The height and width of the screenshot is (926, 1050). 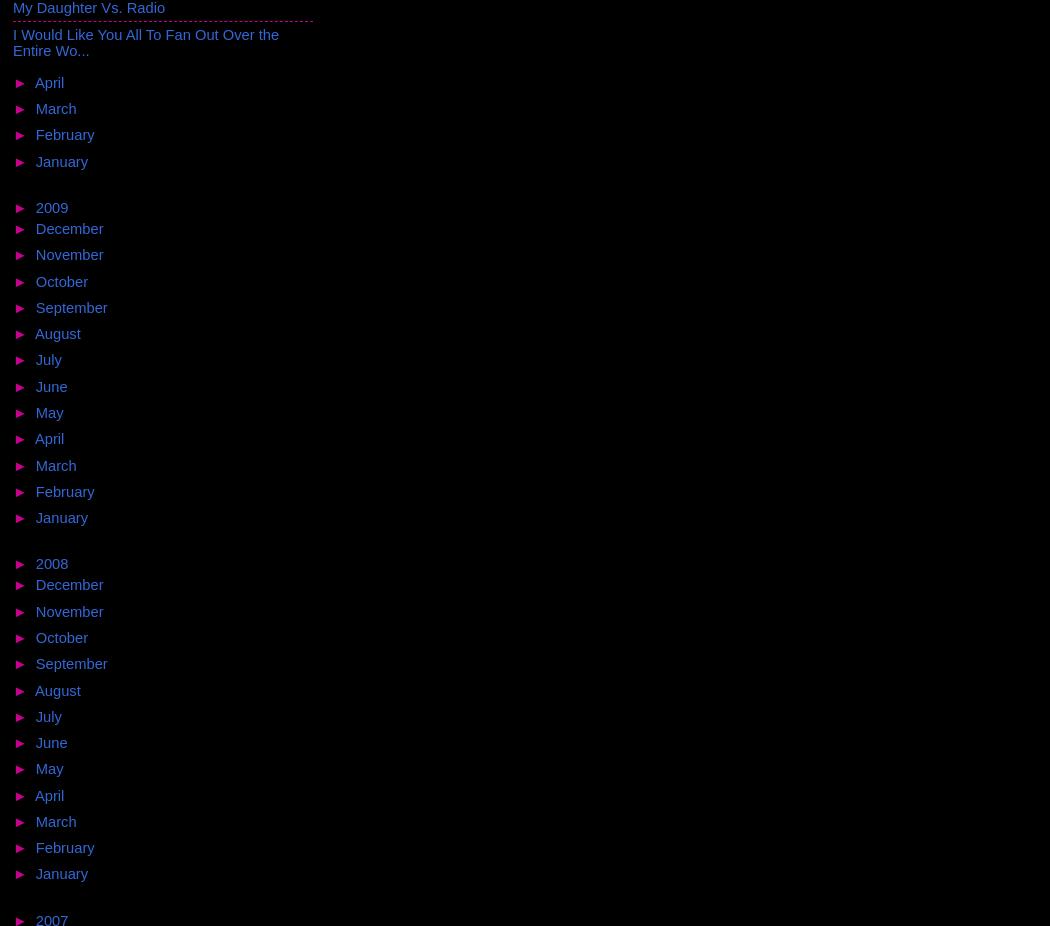 I want to click on '(22)', so click(x=105, y=281).